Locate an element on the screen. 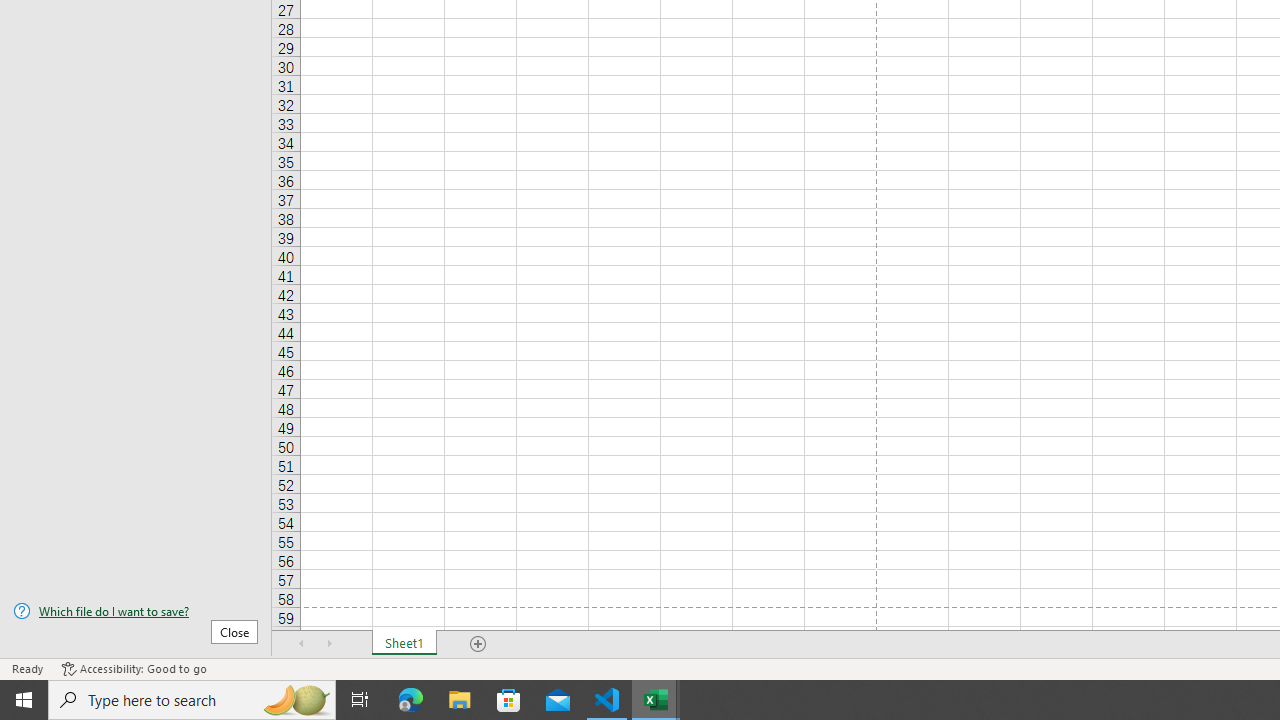 The height and width of the screenshot is (720, 1280). 'Sheet1' is located at coordinates (403, 644).